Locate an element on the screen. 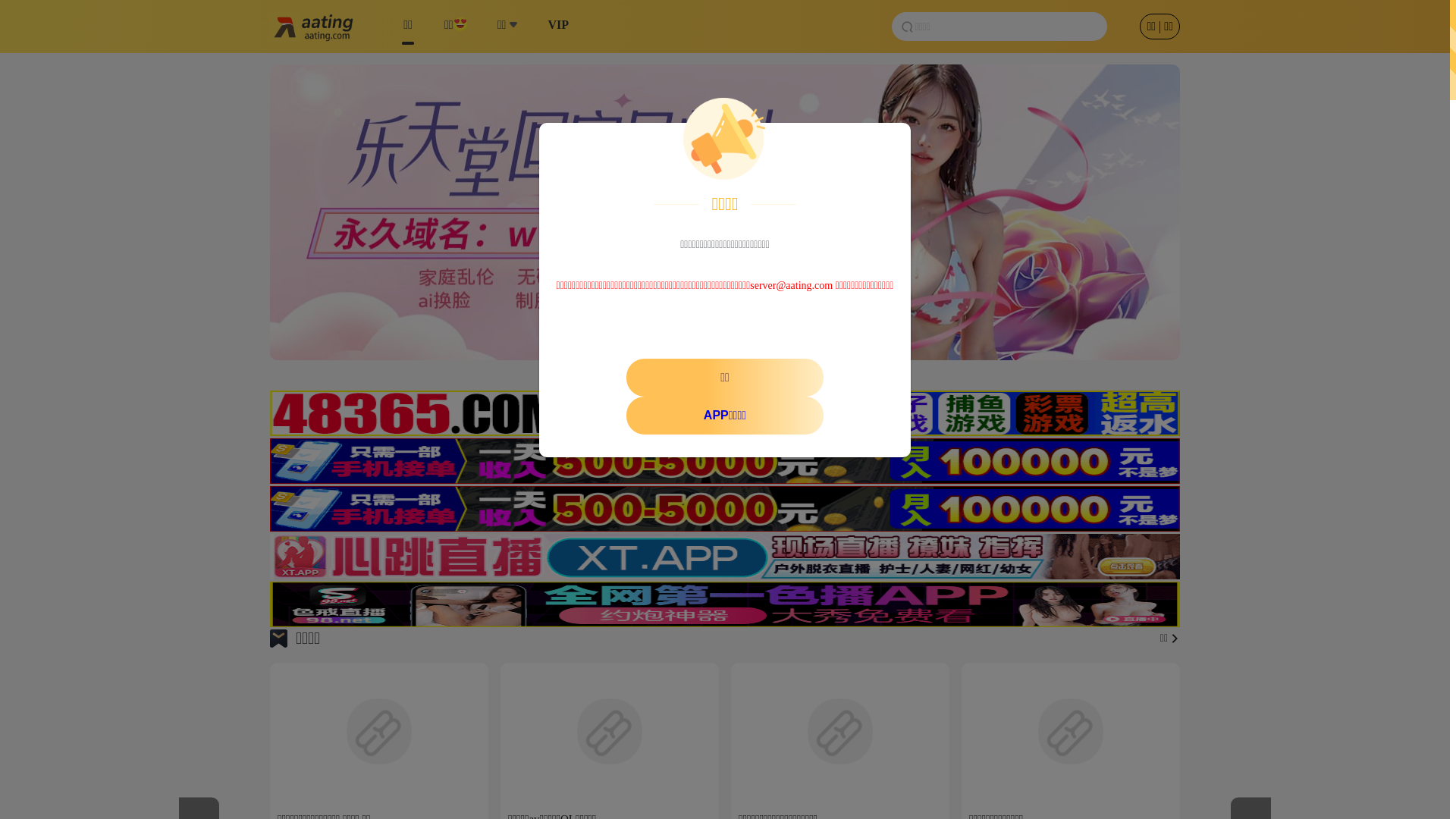  'VIP' is located at coordinates (557, 26).